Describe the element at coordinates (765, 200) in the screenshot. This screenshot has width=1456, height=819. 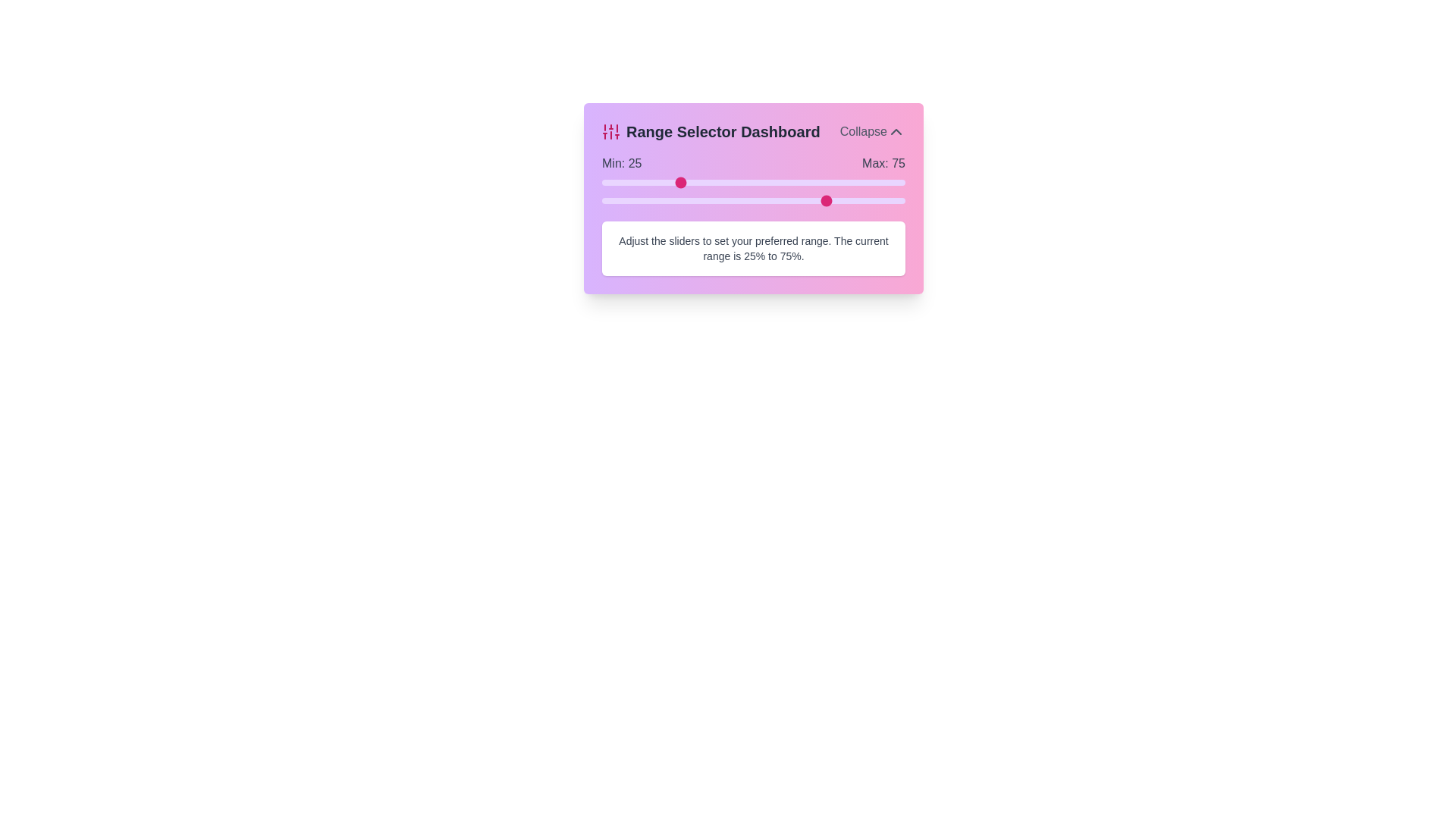
I see `the maximum range slider to 54%` at that location.